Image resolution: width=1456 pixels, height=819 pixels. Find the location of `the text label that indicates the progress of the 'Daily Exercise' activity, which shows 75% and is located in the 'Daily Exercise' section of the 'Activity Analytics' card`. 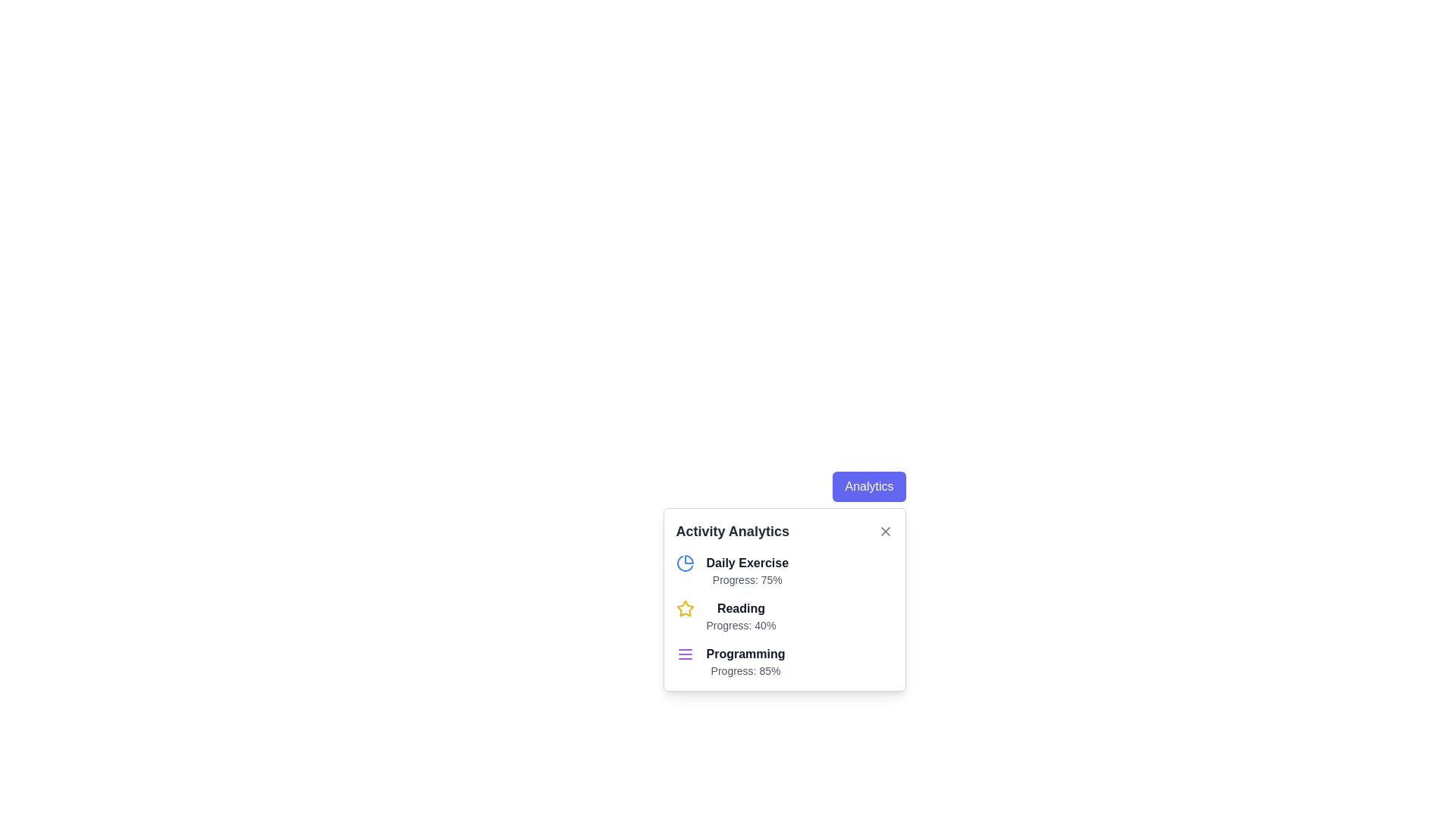

the text label that indicates the progress of the 'Daily Exercise' activity, which shows 75% and is located in the 'Daily Exercise' section of the 'Activity Analytics' card is located at coordinates (747, 579).